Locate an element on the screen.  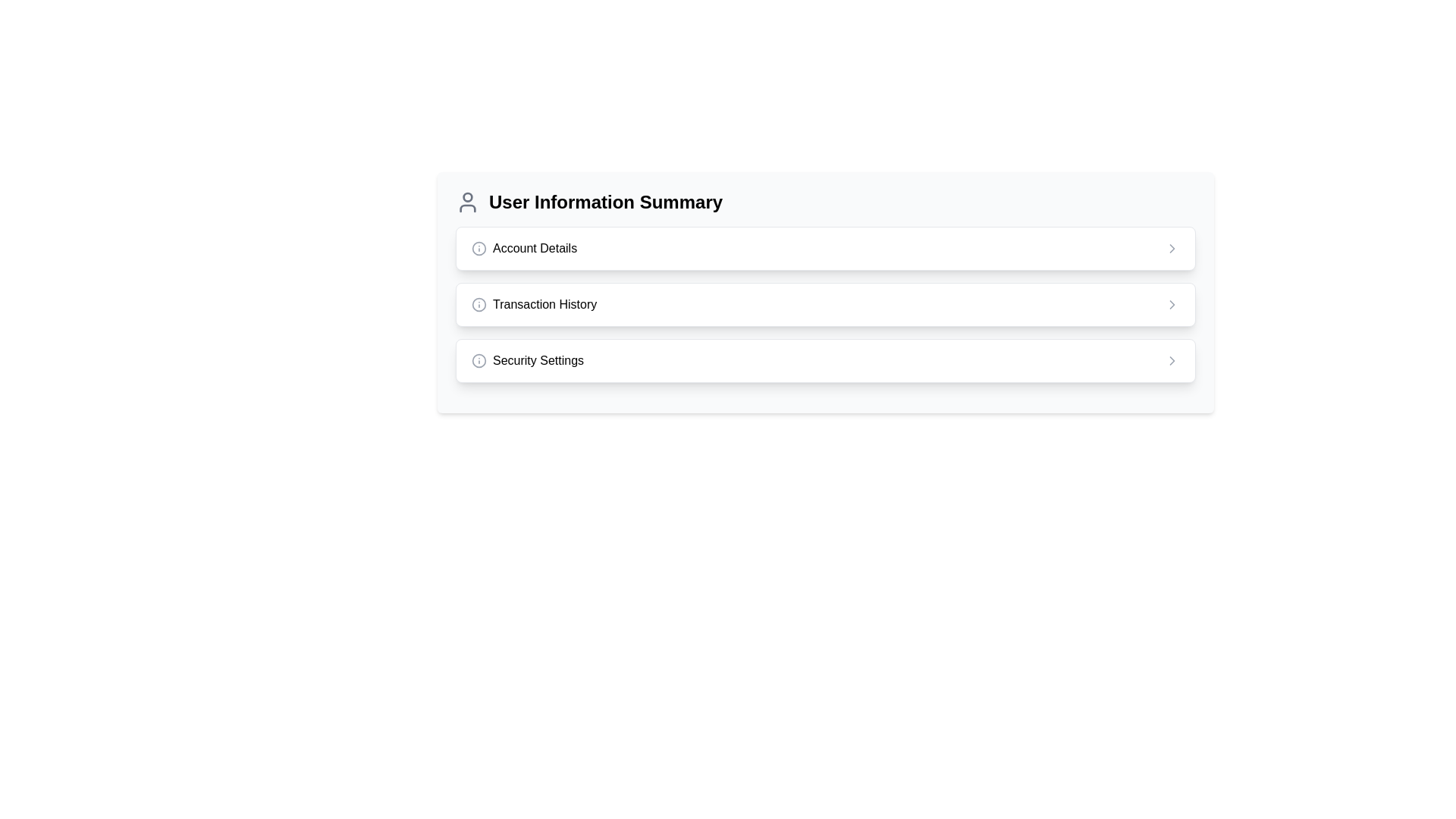
the 'Account Details' clickable list item in the 'User Information Summary' card layout is located at coordinates (825, 247).